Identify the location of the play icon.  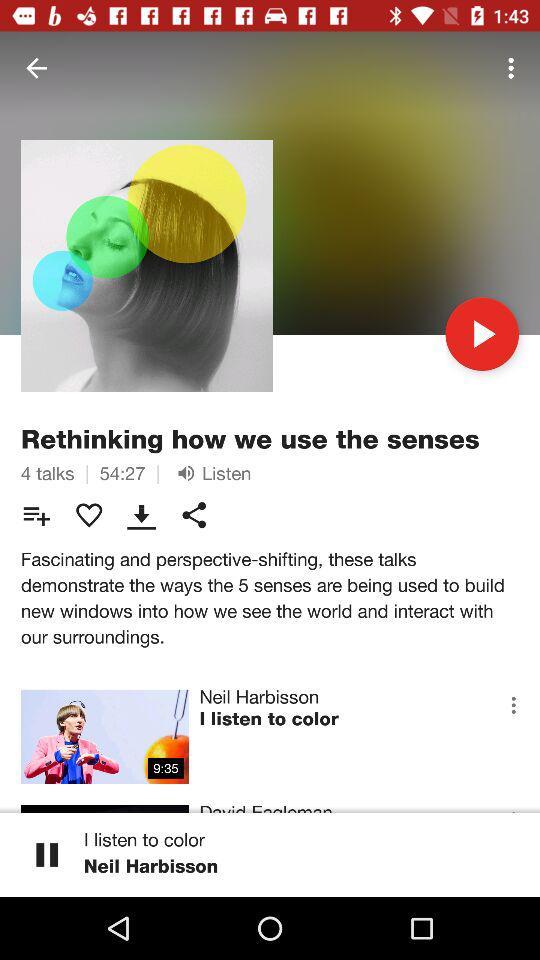
(481, 334).